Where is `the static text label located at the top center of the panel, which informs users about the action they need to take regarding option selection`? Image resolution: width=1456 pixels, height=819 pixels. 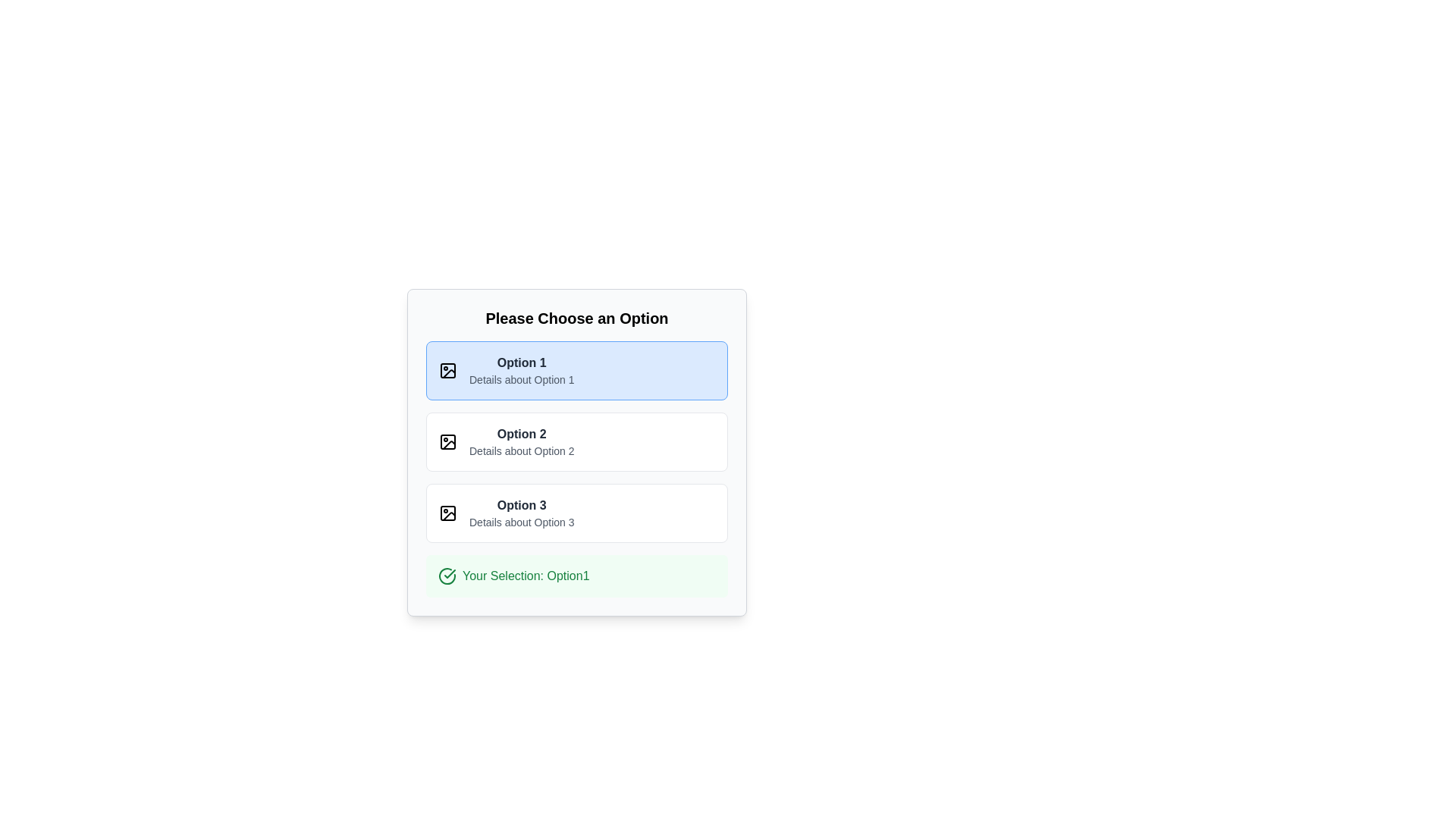 the static text label located at the top center of the panel, which informs users about the action they need to take regarding option selection is located at coordinates (576, 318).